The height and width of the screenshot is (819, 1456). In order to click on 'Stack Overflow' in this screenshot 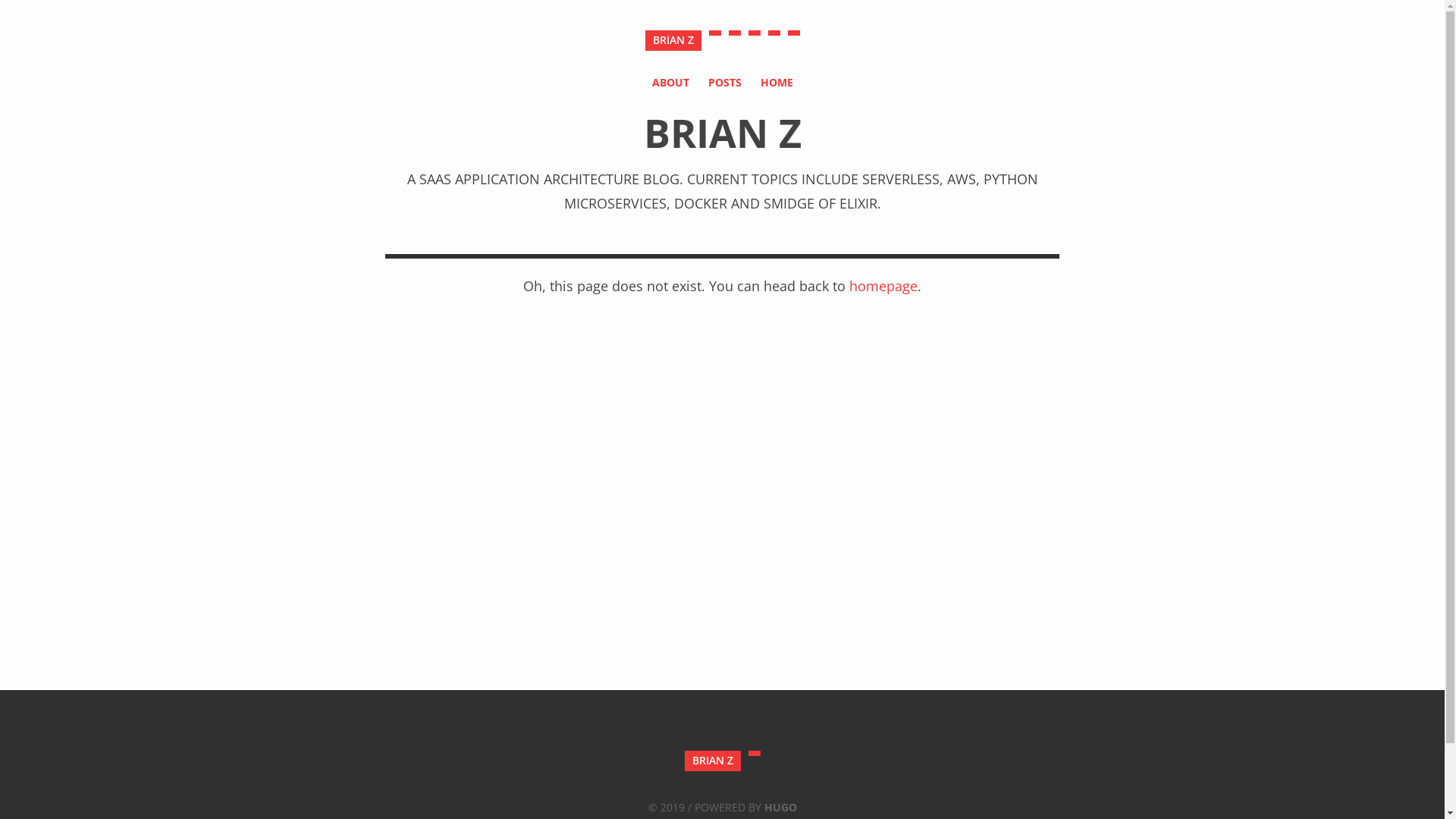, I will do `click(773, 33)`.